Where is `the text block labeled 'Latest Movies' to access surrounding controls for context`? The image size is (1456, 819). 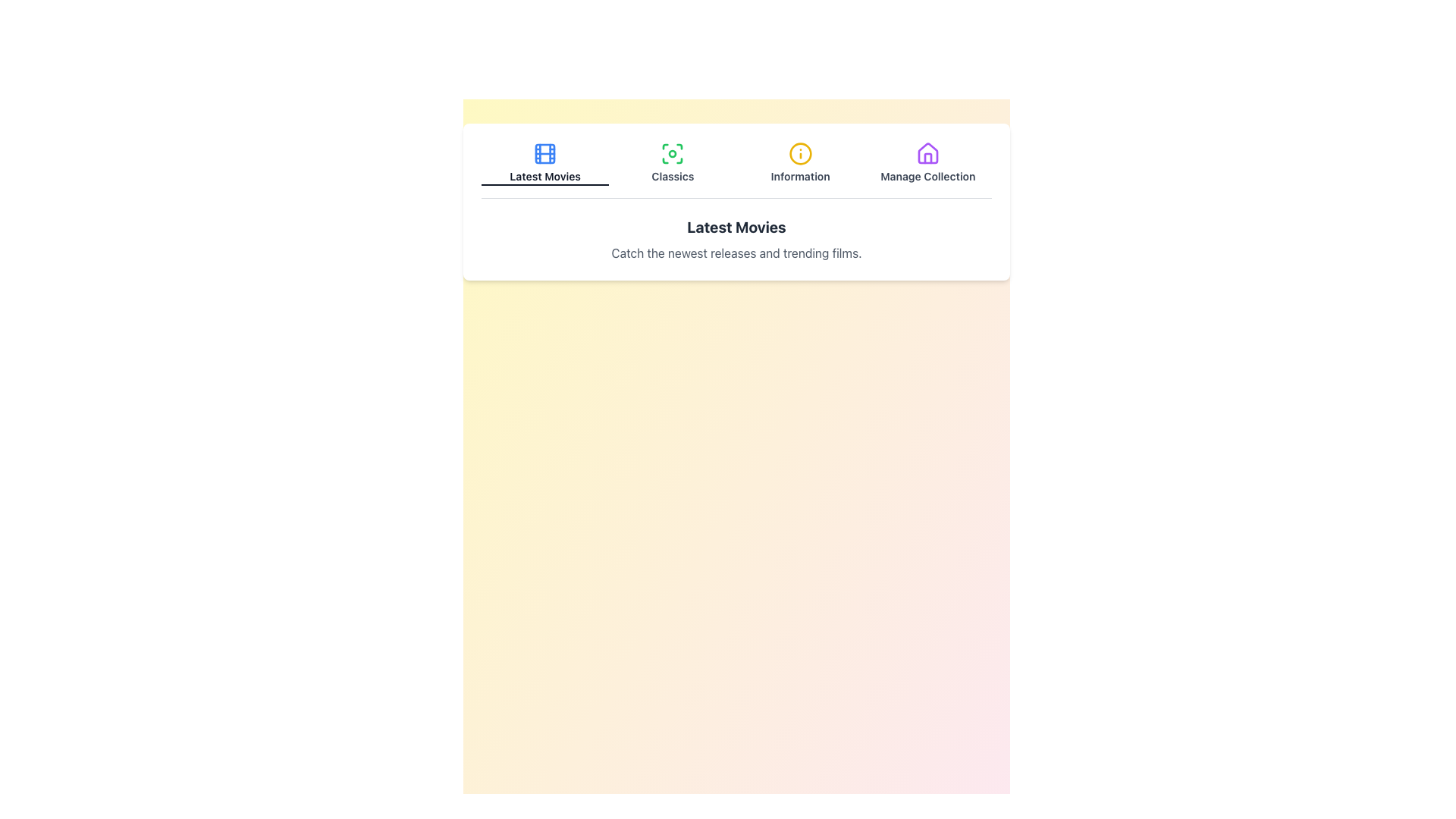 the text block labeled 'Latest Movies' to access surrounding controls for context is located at coordinates (736, 239).